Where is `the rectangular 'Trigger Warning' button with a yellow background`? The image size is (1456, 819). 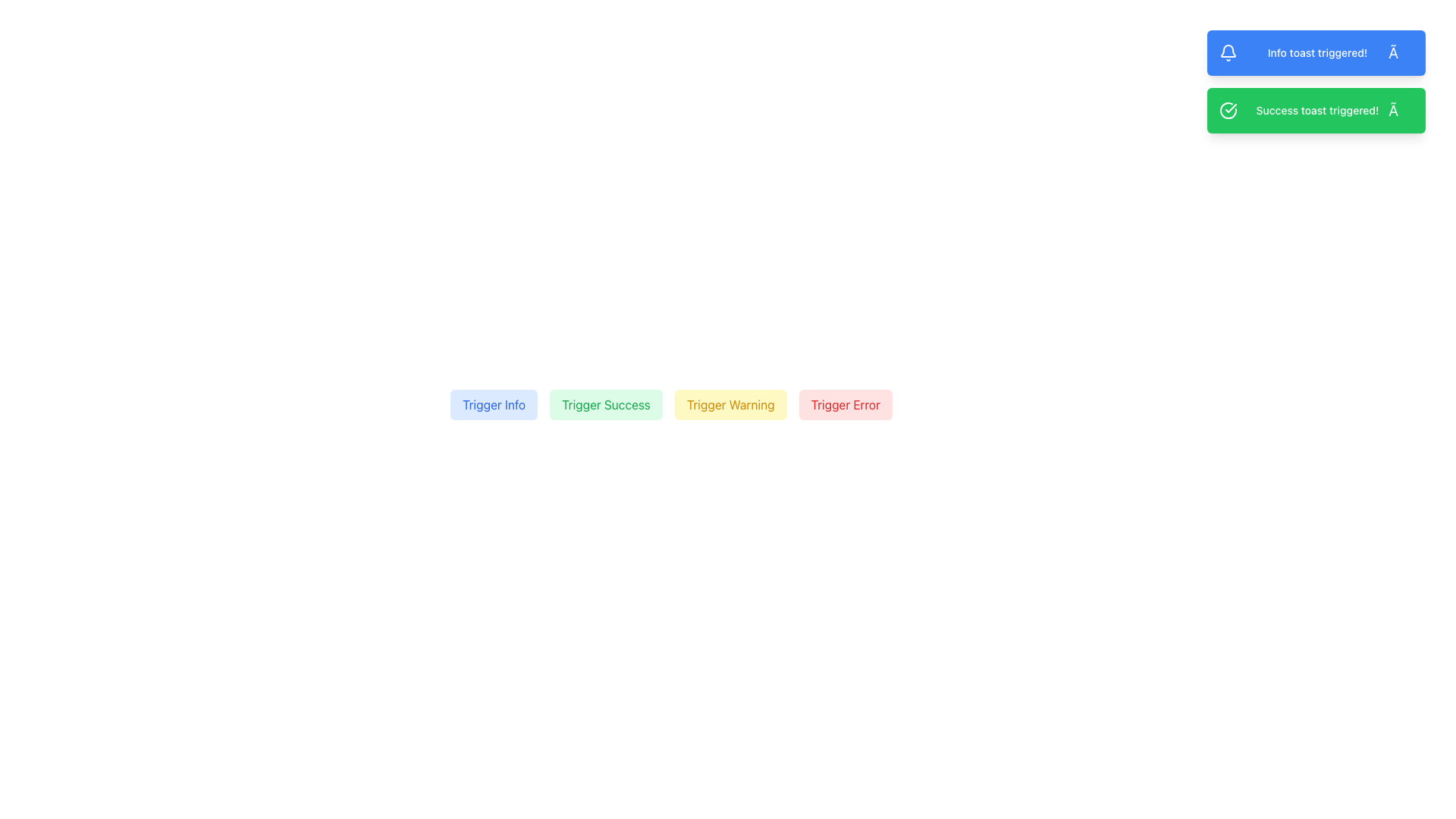 the rectangular 'Trigger Warning' button with a yellow background is located at coordinates (670, 397).